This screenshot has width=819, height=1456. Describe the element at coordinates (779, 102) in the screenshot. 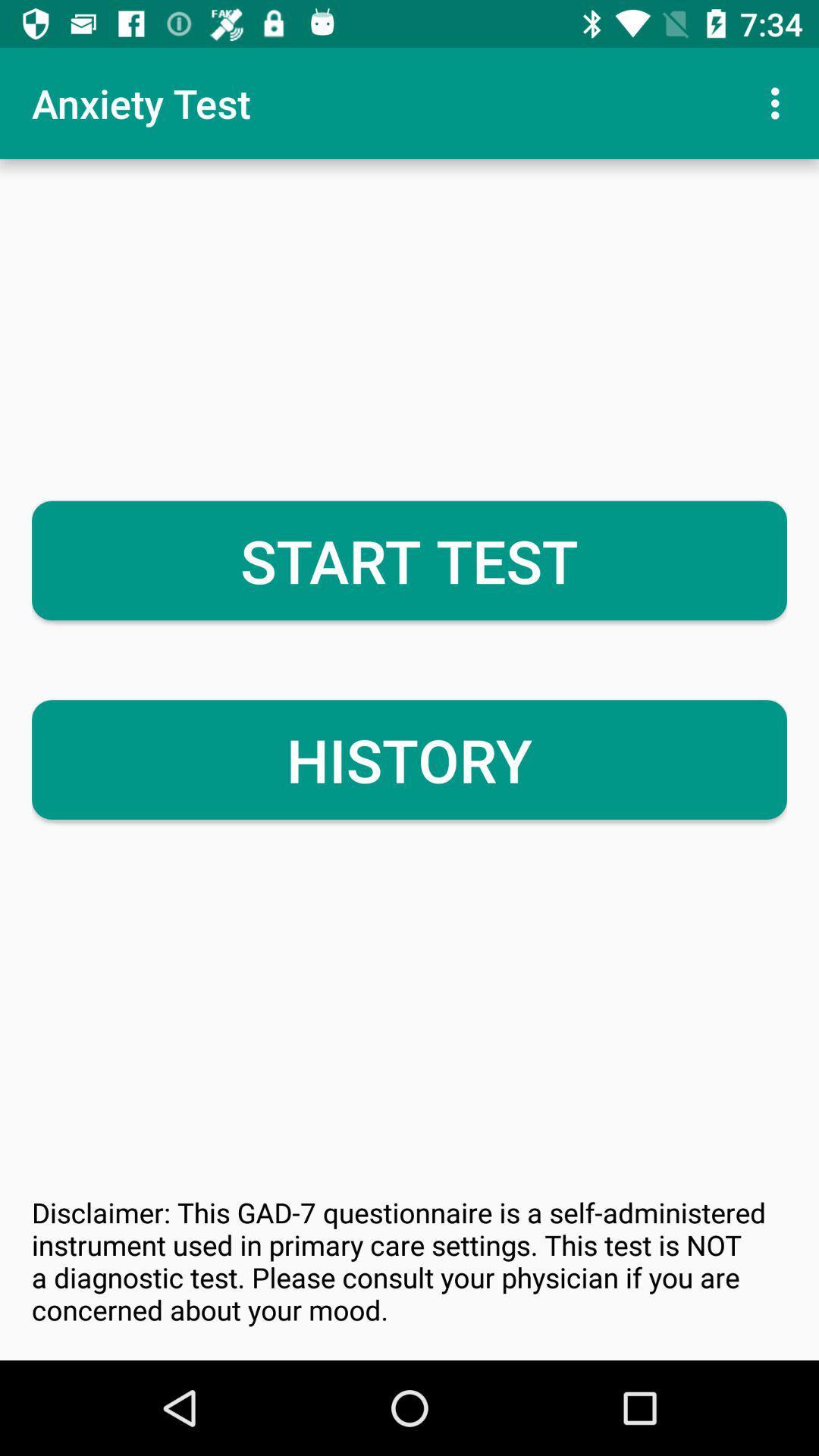

I see `the item to the right of anxiety test` at that location.